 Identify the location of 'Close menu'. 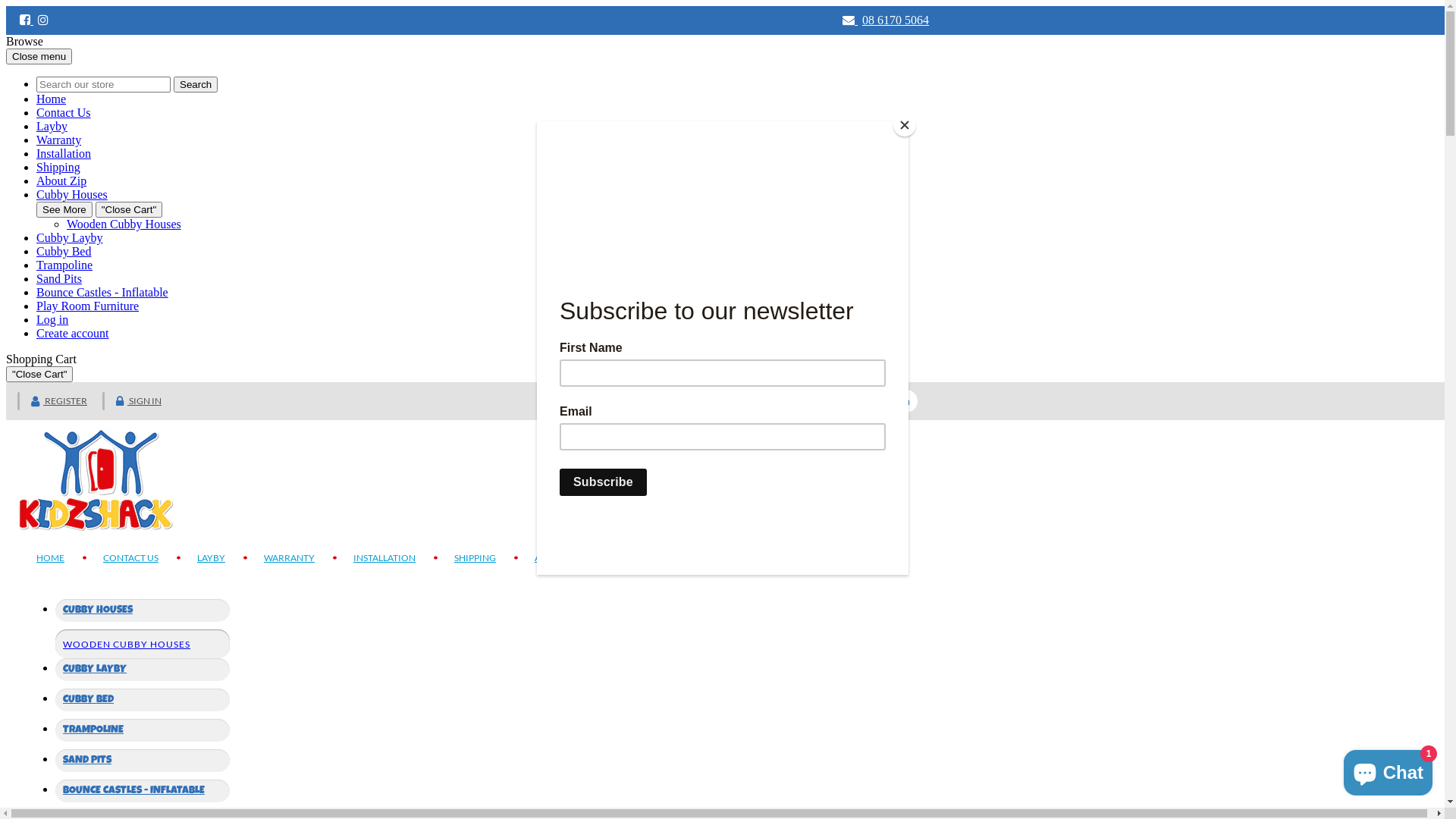
(6, 55).